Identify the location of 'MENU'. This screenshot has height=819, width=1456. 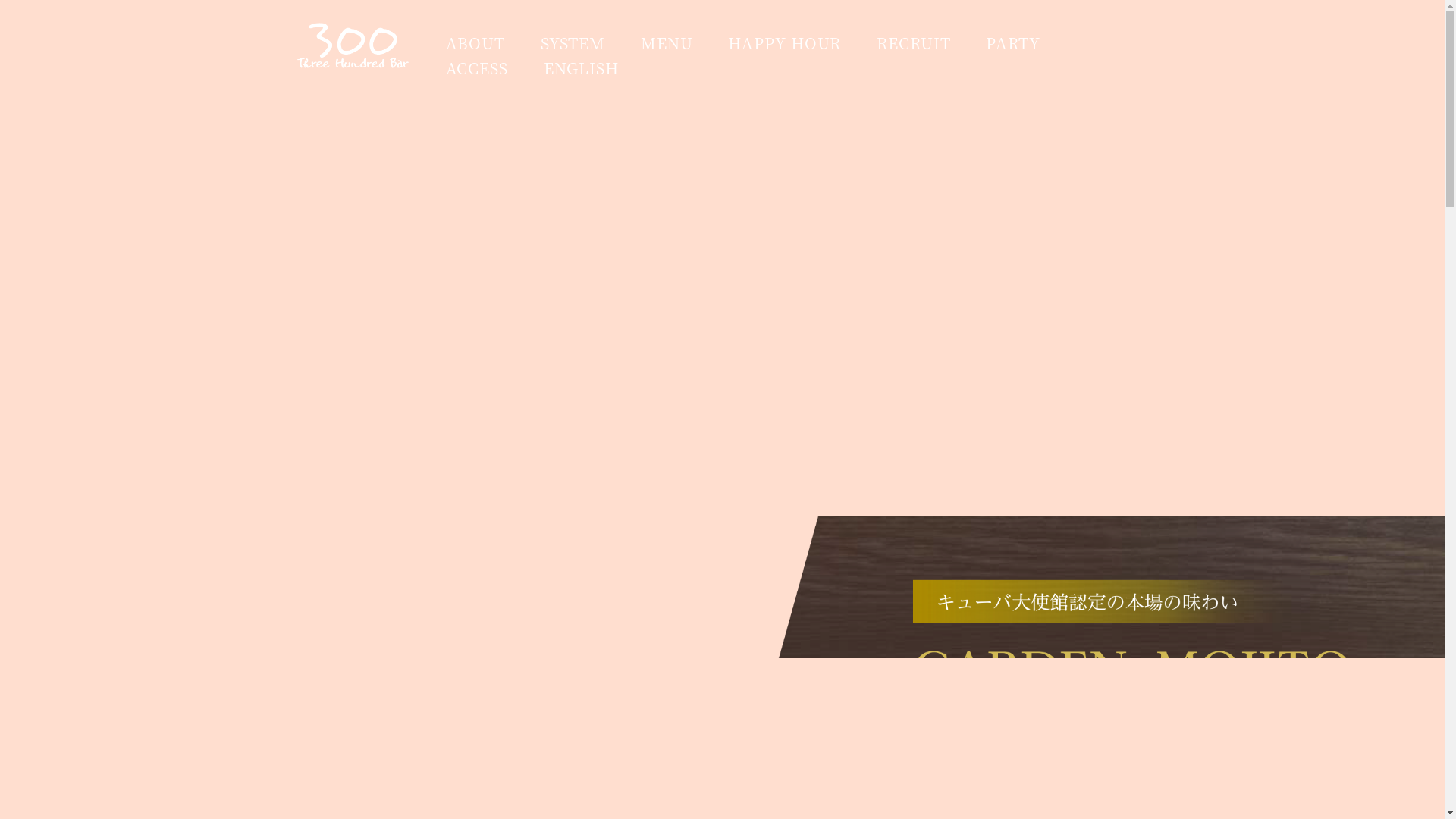
(667, 42).